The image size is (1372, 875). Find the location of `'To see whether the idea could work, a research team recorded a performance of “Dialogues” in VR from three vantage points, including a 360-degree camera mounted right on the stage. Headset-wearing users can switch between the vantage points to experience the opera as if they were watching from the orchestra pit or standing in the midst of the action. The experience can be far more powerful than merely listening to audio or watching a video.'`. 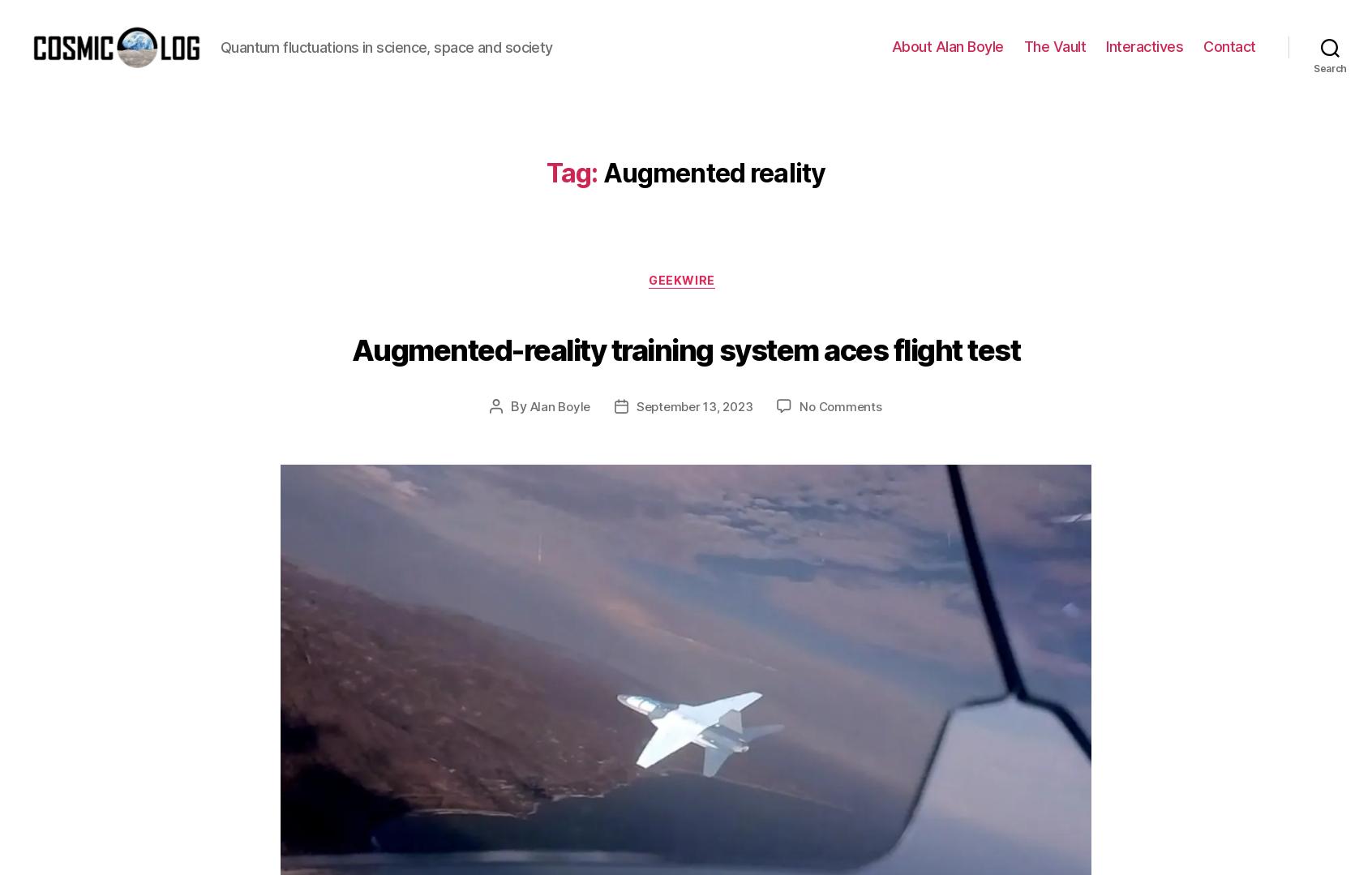

'To see whether the idea could work, a research team recorded a performance of “Dialogues” in VR from three vantage points, including a 360-degree camera mounted right on the stage. Headset-wearing users can switch between the vantage points to experience the opera as if they were watching from the orchestra pit or standing in the midst of the action. The experience can be far more powerful than merely listening to audio or watching a video.' is located at coordinates (680, 282).